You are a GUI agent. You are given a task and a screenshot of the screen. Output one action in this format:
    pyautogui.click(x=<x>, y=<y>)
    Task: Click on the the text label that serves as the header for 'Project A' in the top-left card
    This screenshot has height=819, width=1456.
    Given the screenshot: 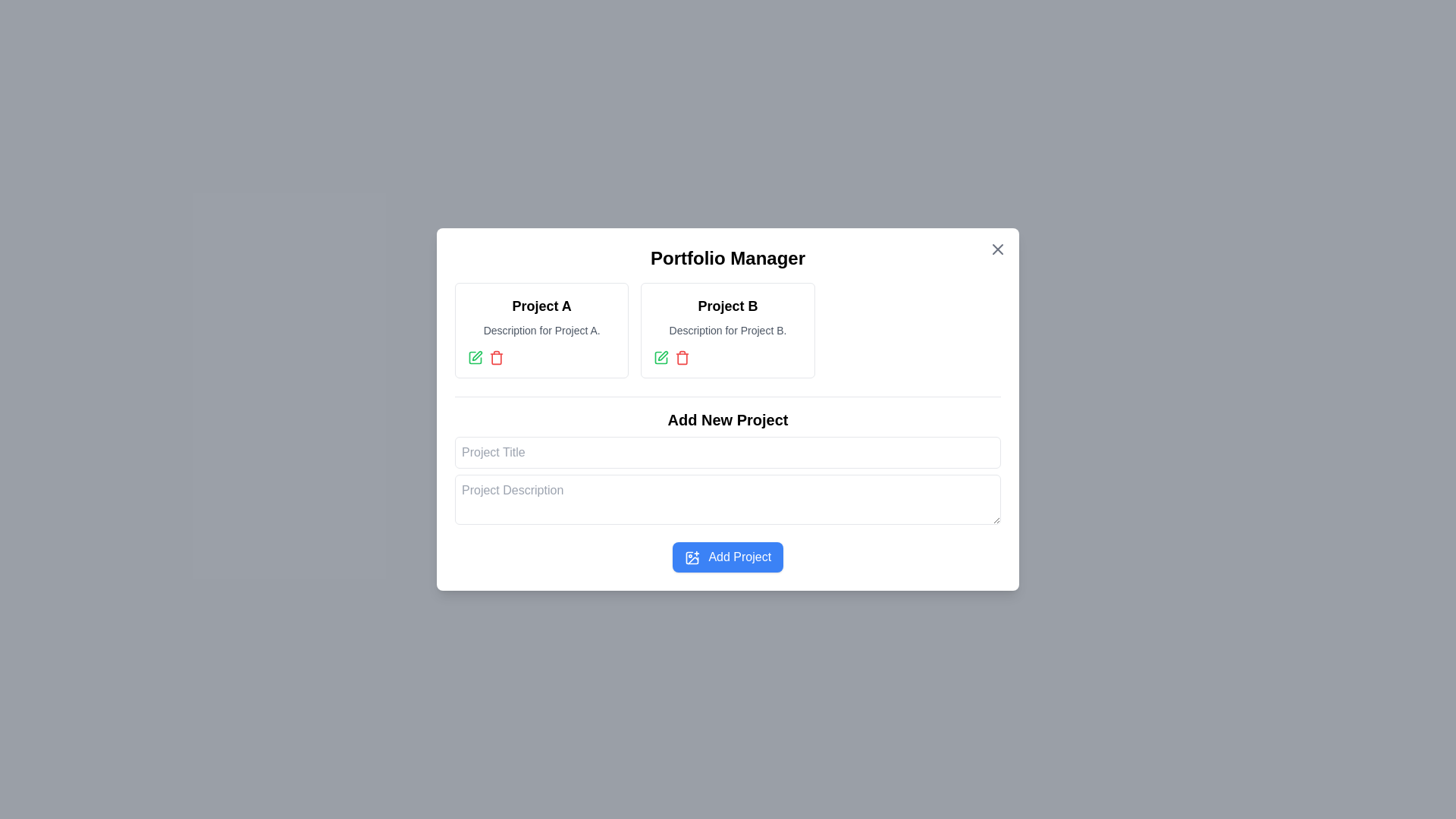 What is the action you would take?
    pyautogui.click(x=541, y=306)
    